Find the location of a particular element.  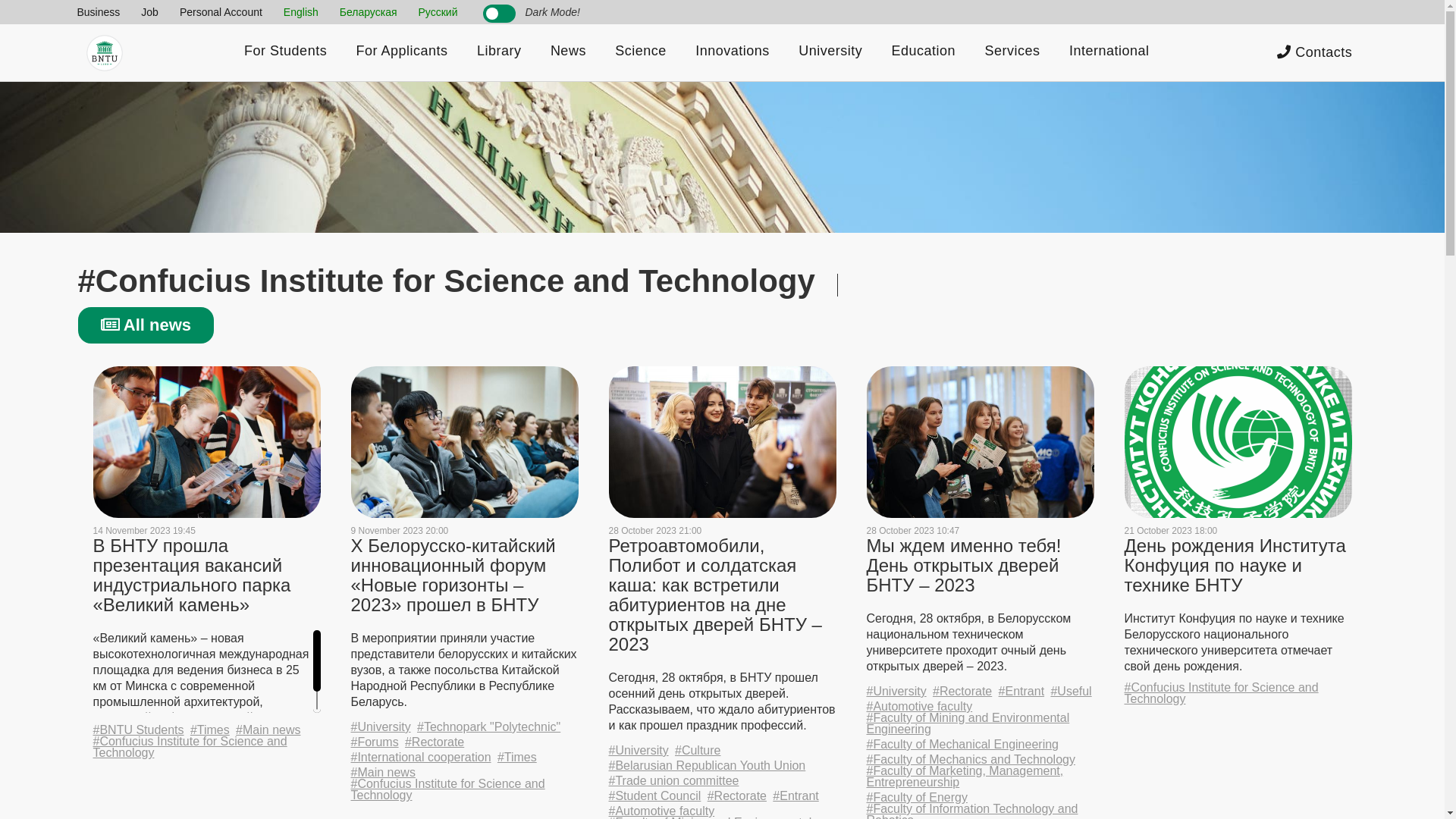

'Innovations' is located at coordinates (732, 52).